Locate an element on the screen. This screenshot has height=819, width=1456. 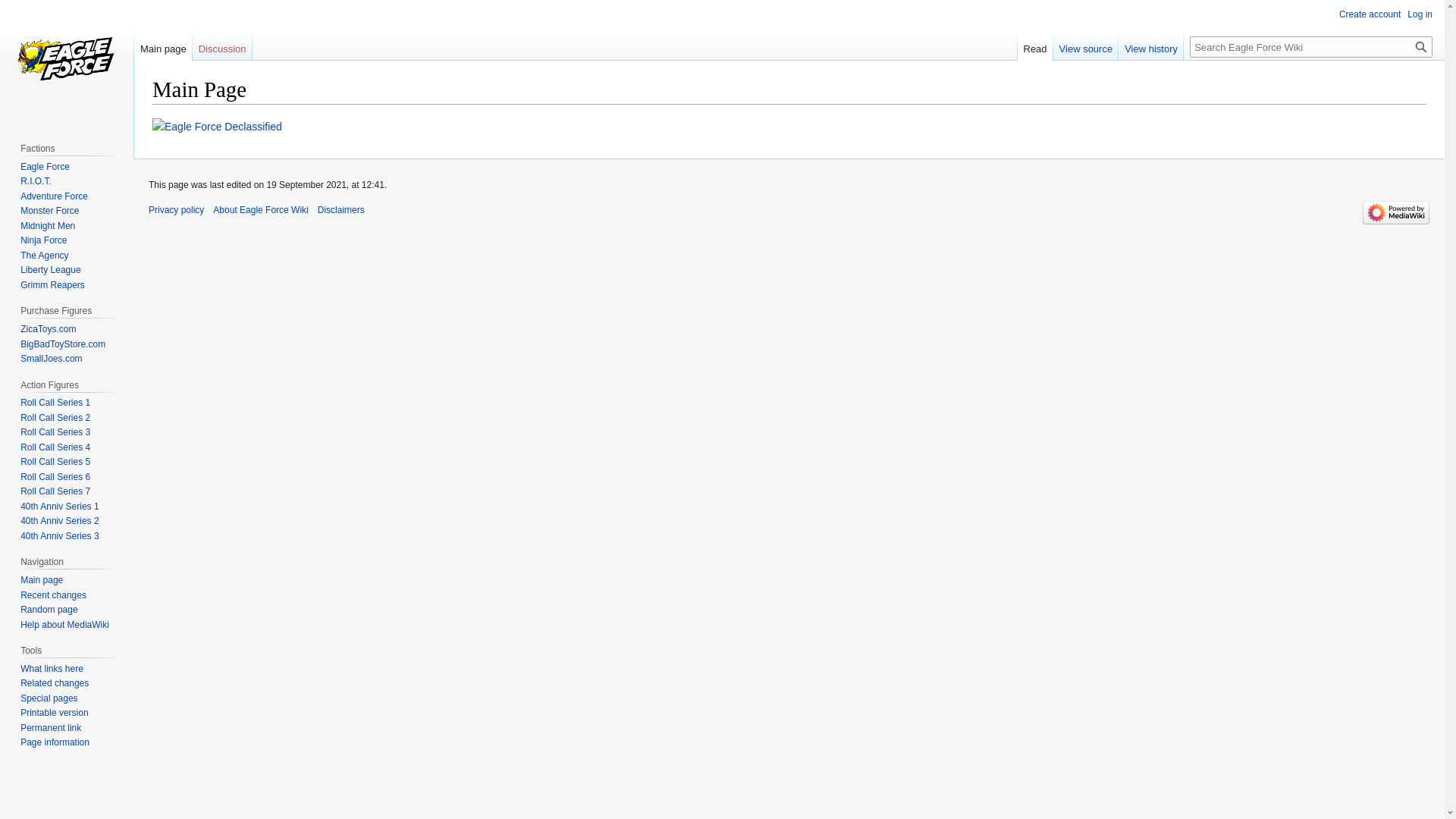
'Recent changes' is located at coordinates (53, 595).